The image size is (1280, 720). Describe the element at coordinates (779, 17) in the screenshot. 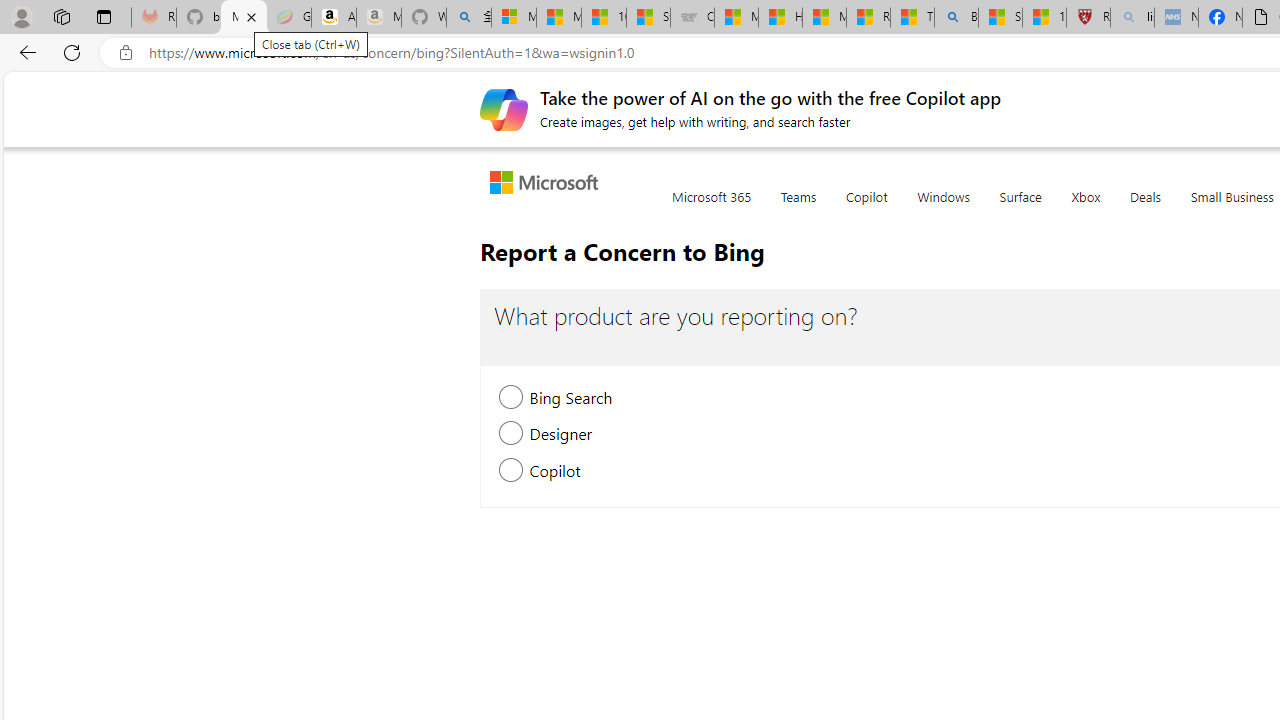

I see `'How I Got Rid of Microsoft Edge'` at that location.